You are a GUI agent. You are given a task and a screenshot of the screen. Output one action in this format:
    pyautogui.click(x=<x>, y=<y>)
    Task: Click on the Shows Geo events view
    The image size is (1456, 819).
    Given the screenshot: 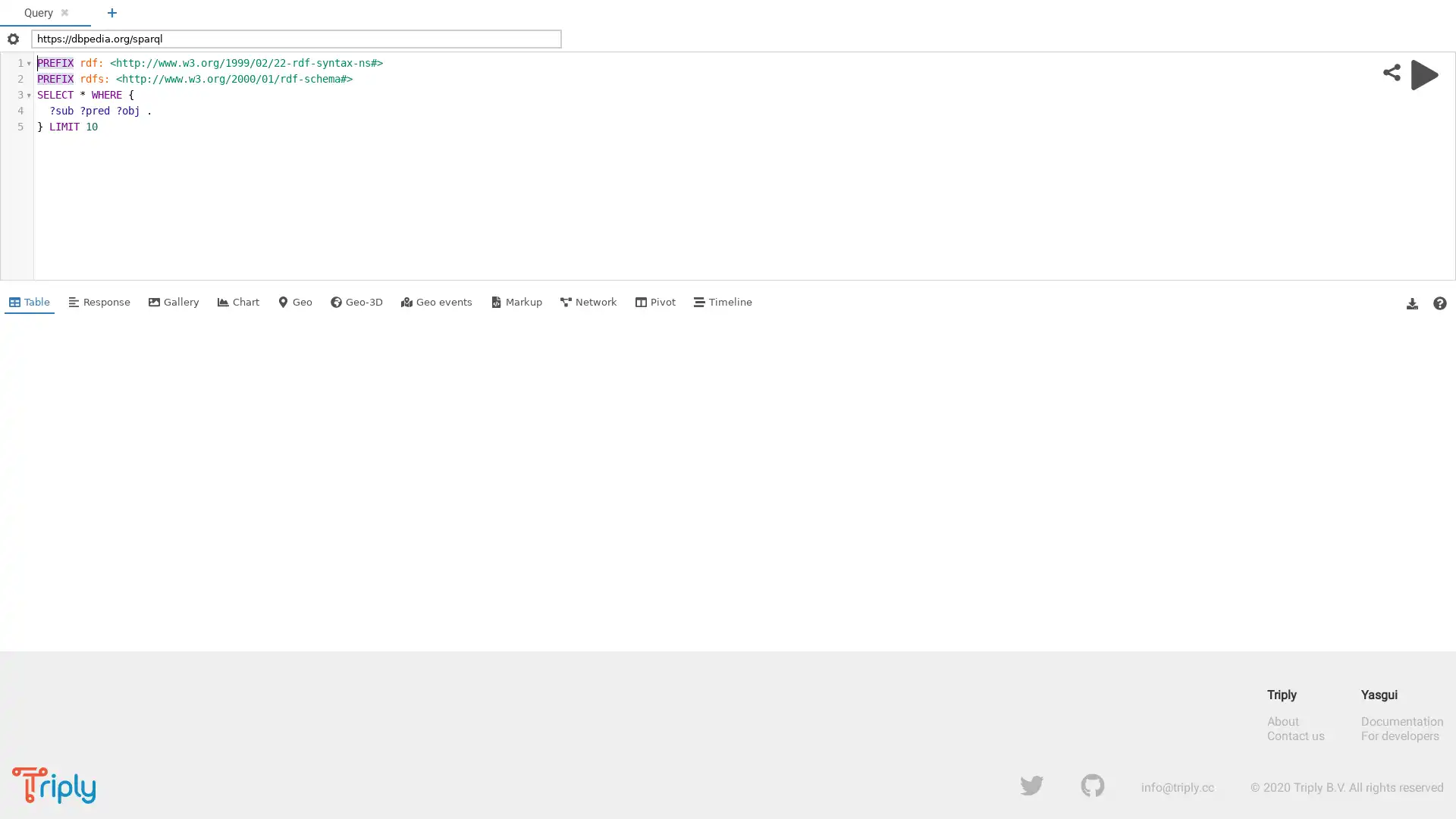 What is the action you would take?
    pyautogui.click(x=436, y=303)
    